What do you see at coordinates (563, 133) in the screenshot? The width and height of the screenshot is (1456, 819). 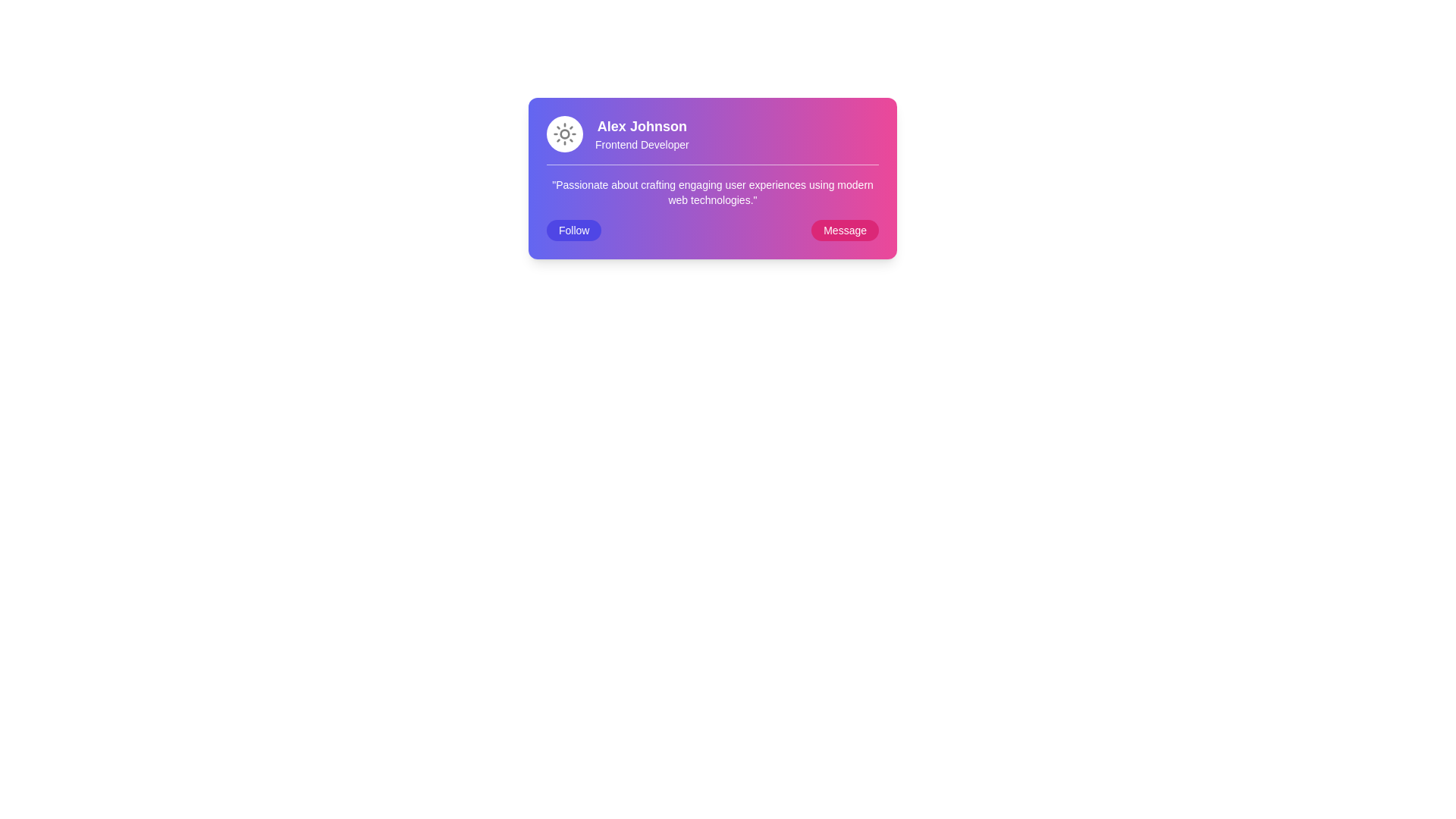 I see `the central circular component of the SVG icon labeled as 'sun'` at bounding box center [563, 133].